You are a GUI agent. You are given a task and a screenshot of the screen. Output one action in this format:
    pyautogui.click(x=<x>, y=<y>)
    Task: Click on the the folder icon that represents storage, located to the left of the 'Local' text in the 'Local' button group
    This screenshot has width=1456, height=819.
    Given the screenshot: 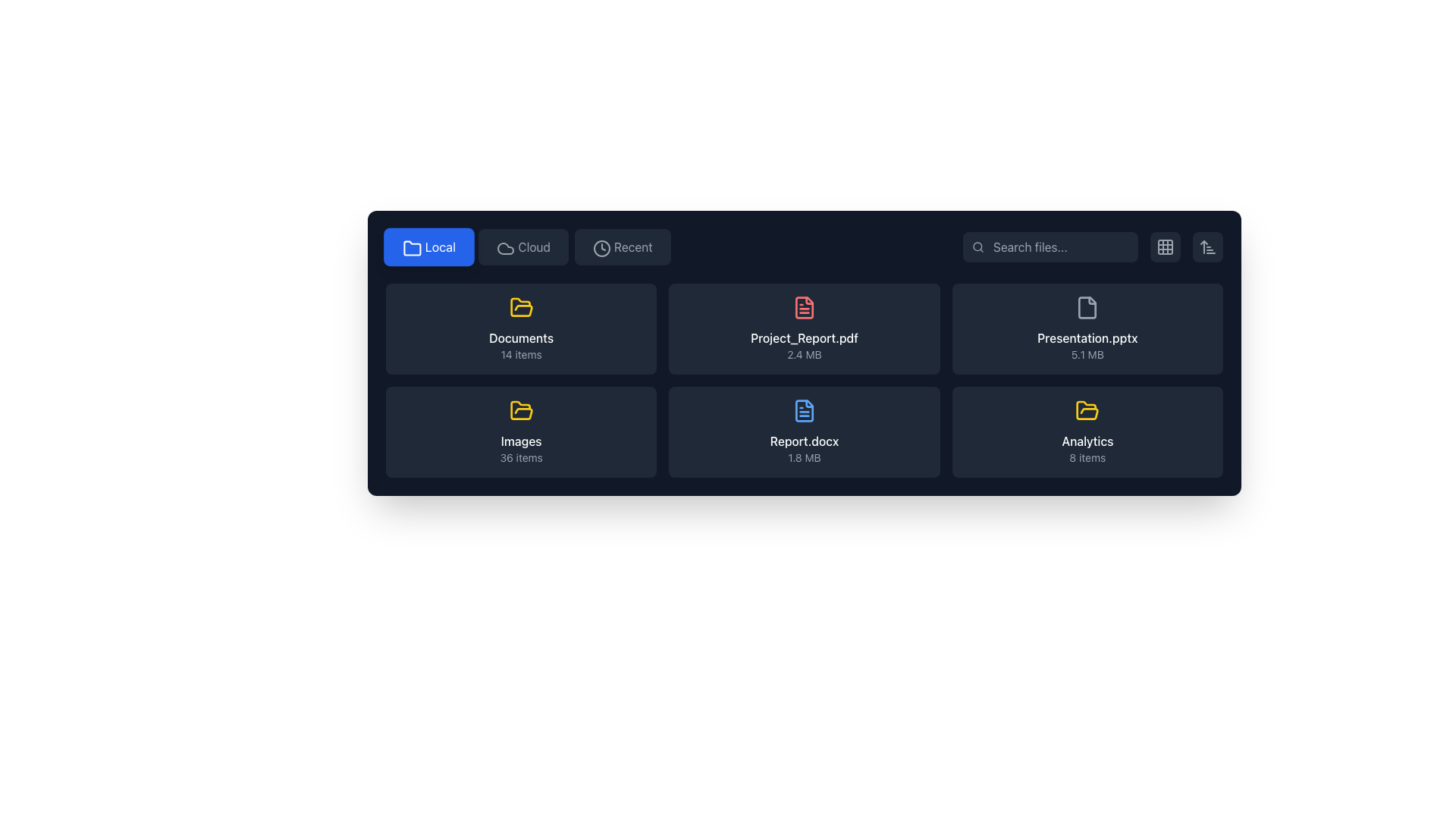 What is the action you would take?
    pyautogui.click(x=410, y=246)
    